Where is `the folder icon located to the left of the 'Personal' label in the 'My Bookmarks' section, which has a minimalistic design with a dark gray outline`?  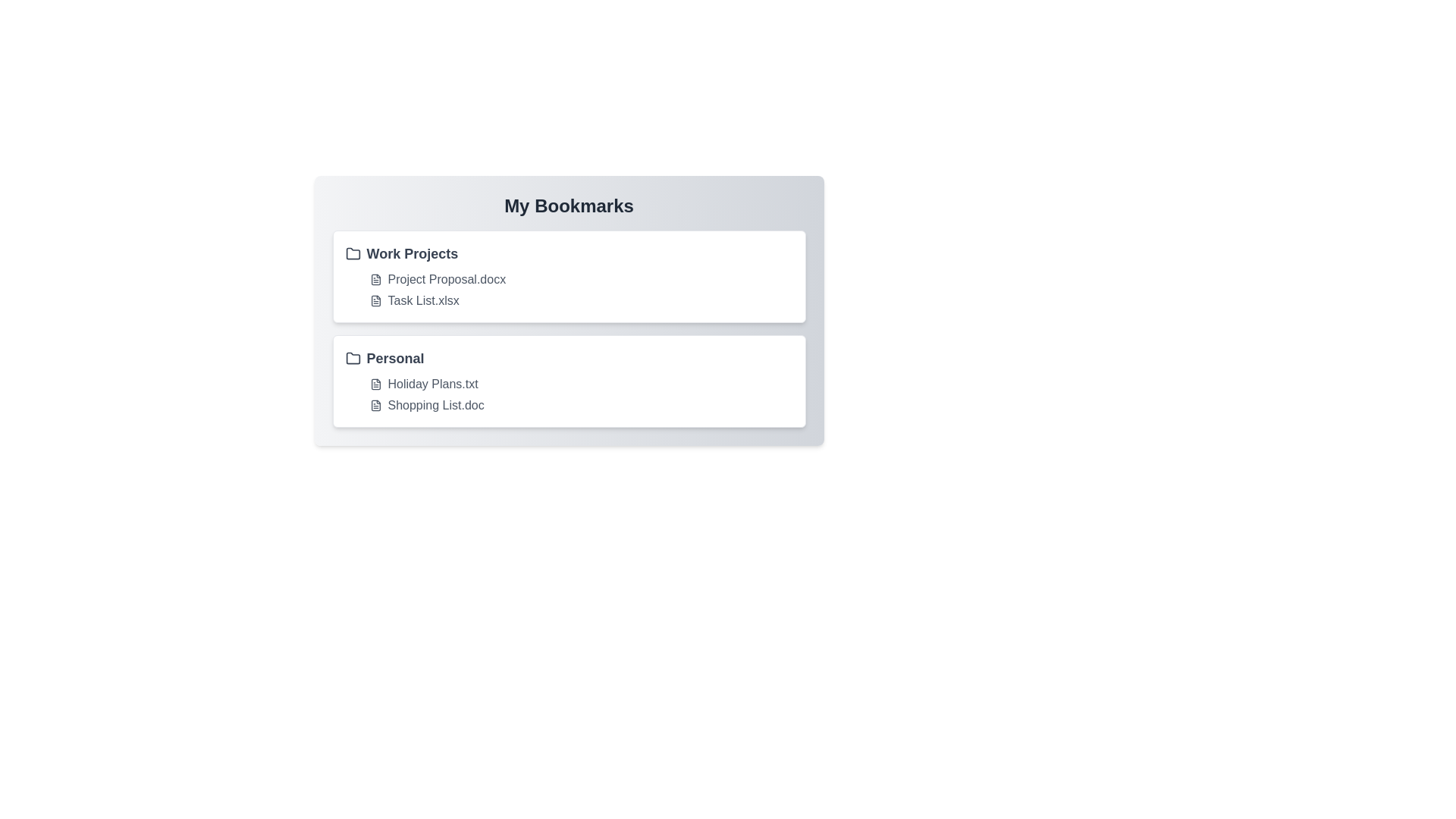 the folder icon located to the left of the 'Personal' label in the 'My Bookmarks' section, which has a minimalistic design with a dark gray outline is located at coordinates (352, 359).